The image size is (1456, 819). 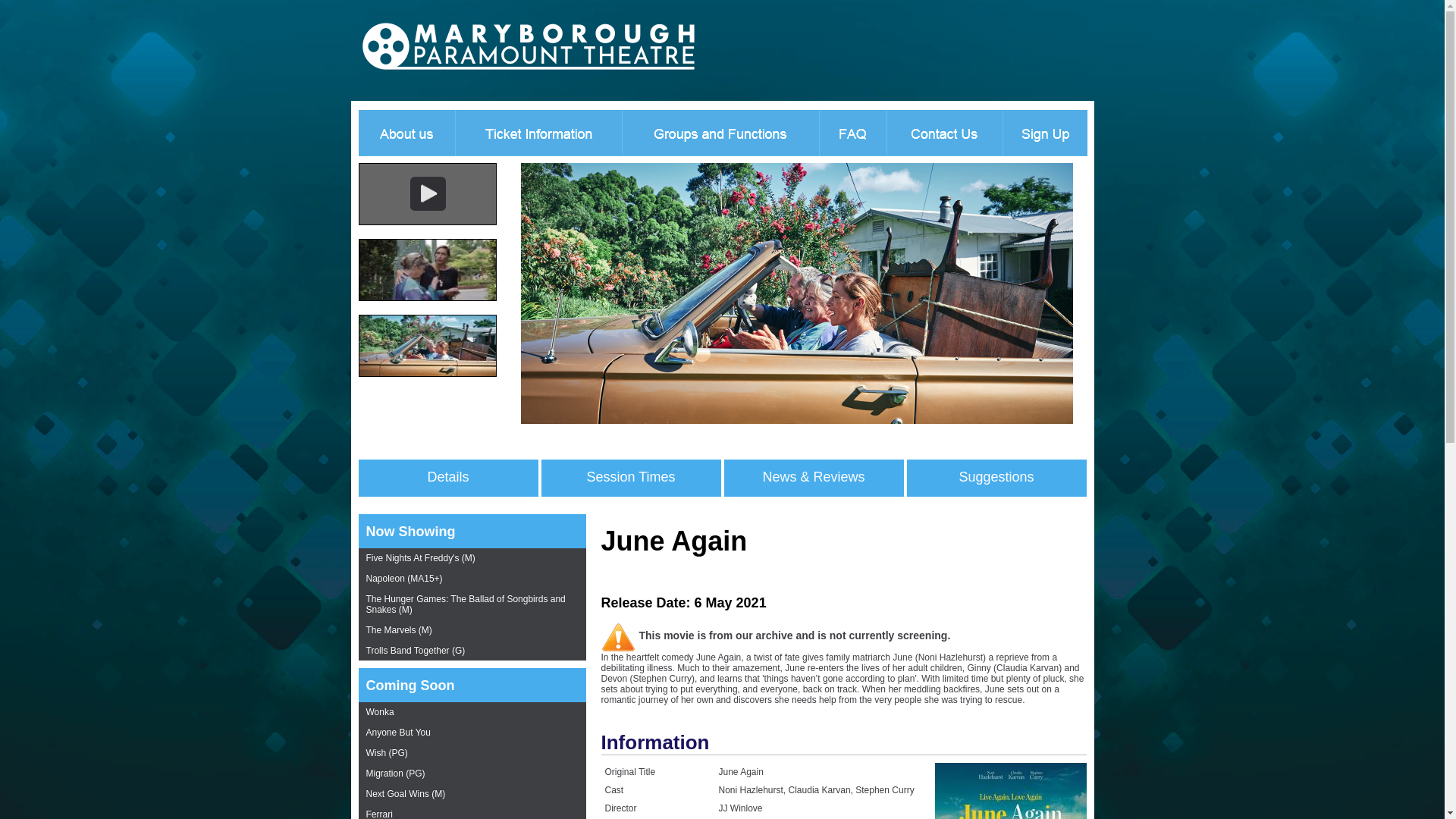 What do you see at coordinates (471, 793) in the screenshot?
I see `'Next Goal Wins (M)'` at bounding box center [471, 793].